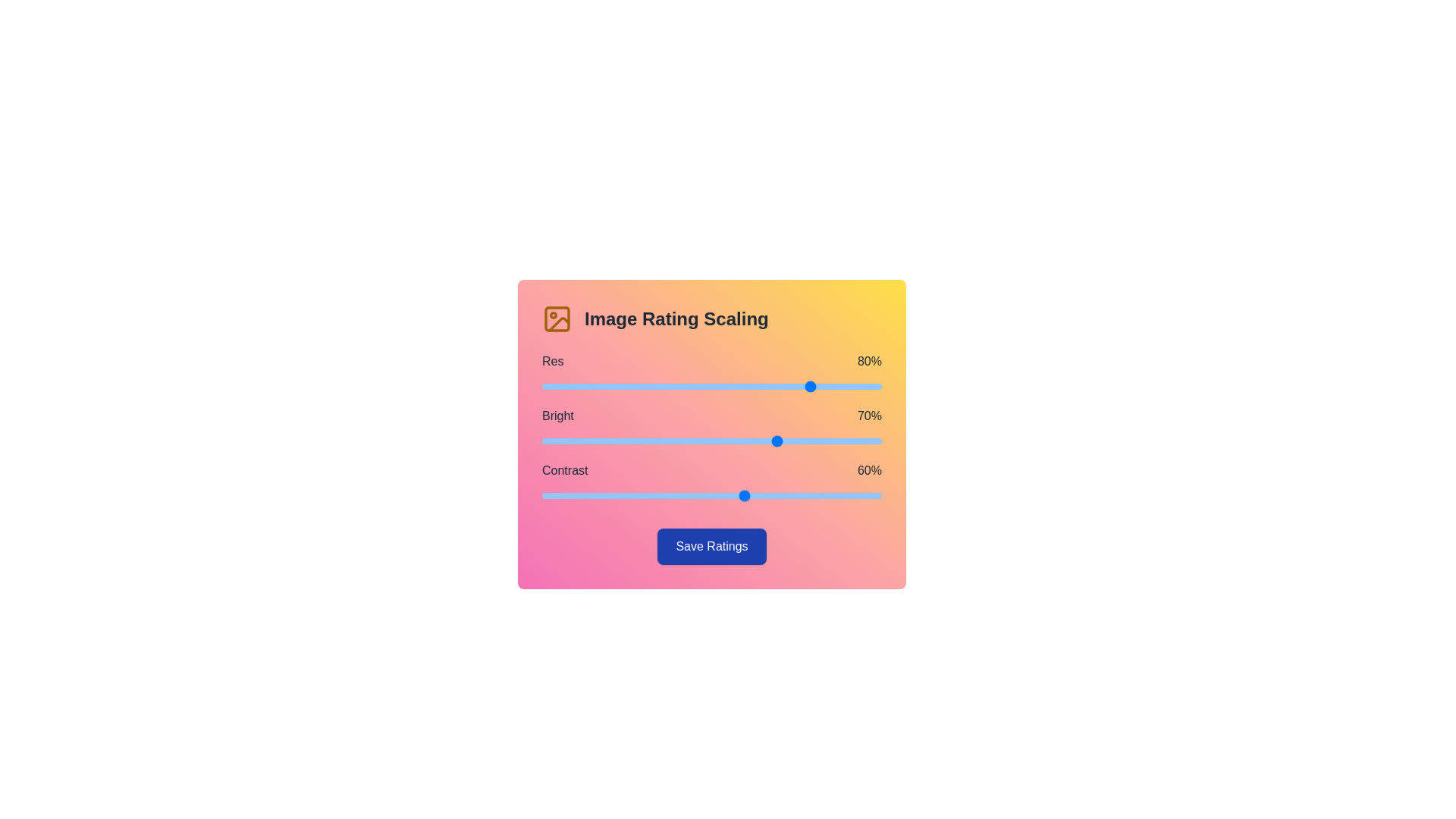 This screenshot has height=819, width=1456. I want to click on the track of the contrast range slider, currently set at 60%, to adjust its setting, so click(711, 496).